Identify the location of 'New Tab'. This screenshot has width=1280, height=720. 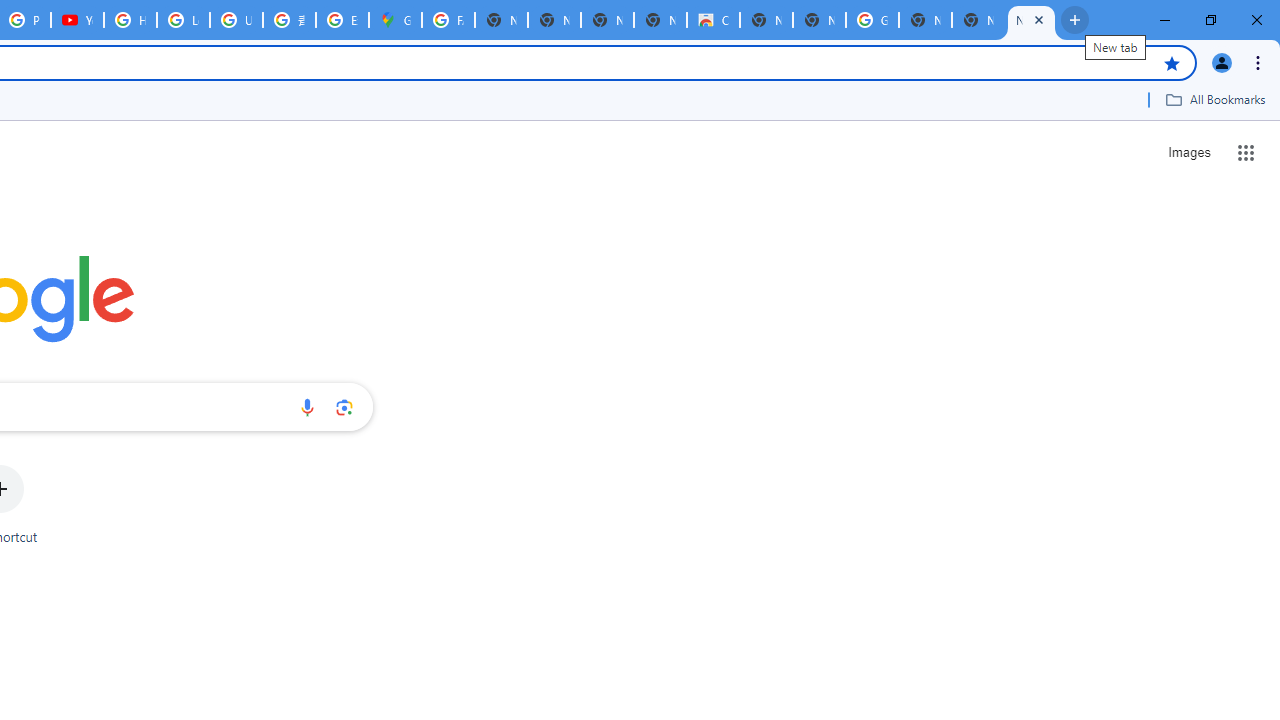
(1074, 20).